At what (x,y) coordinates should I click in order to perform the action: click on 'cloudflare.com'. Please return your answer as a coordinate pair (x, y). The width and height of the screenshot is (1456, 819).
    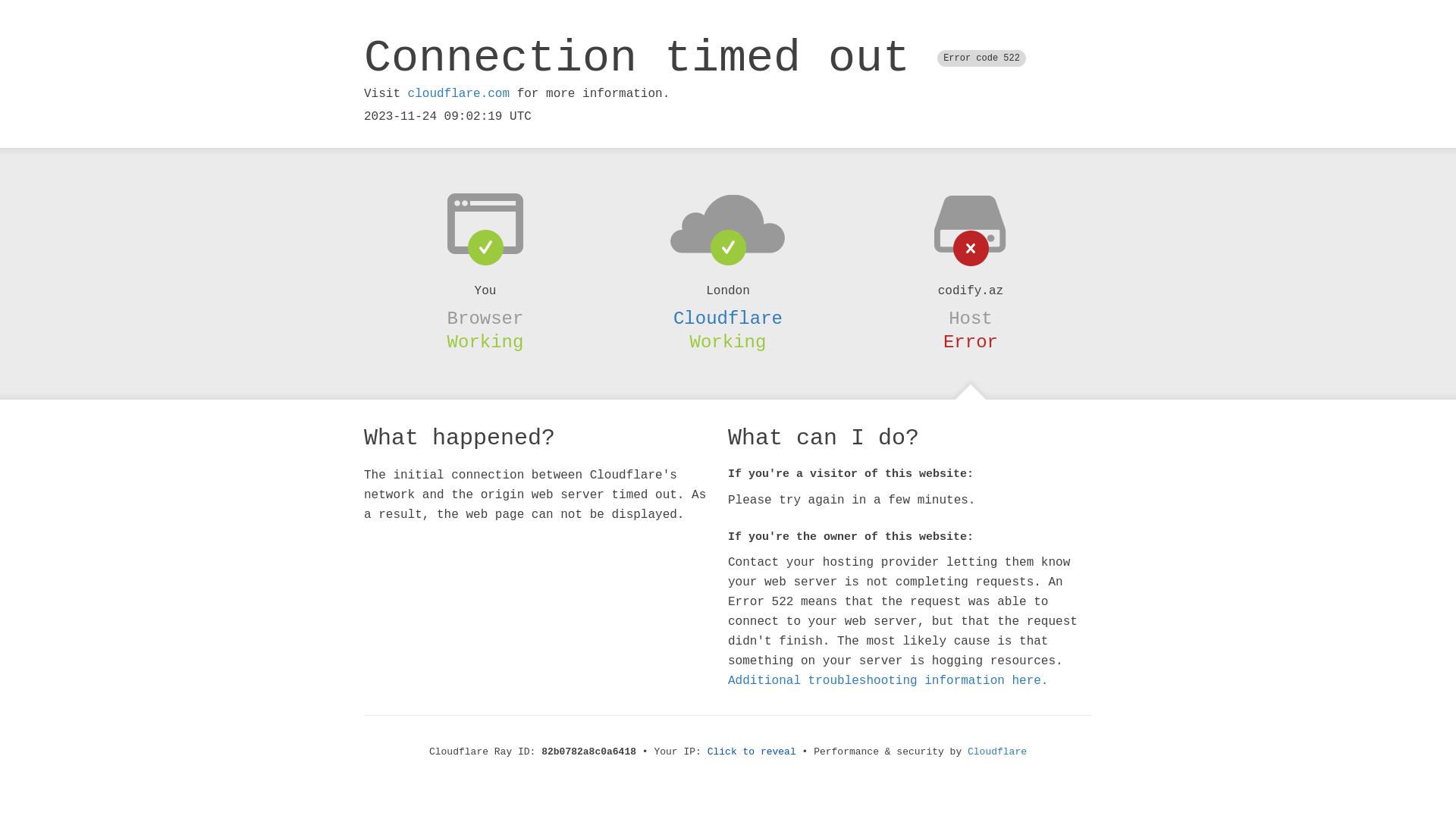
    Looking at the image, I should click on (457, 93).